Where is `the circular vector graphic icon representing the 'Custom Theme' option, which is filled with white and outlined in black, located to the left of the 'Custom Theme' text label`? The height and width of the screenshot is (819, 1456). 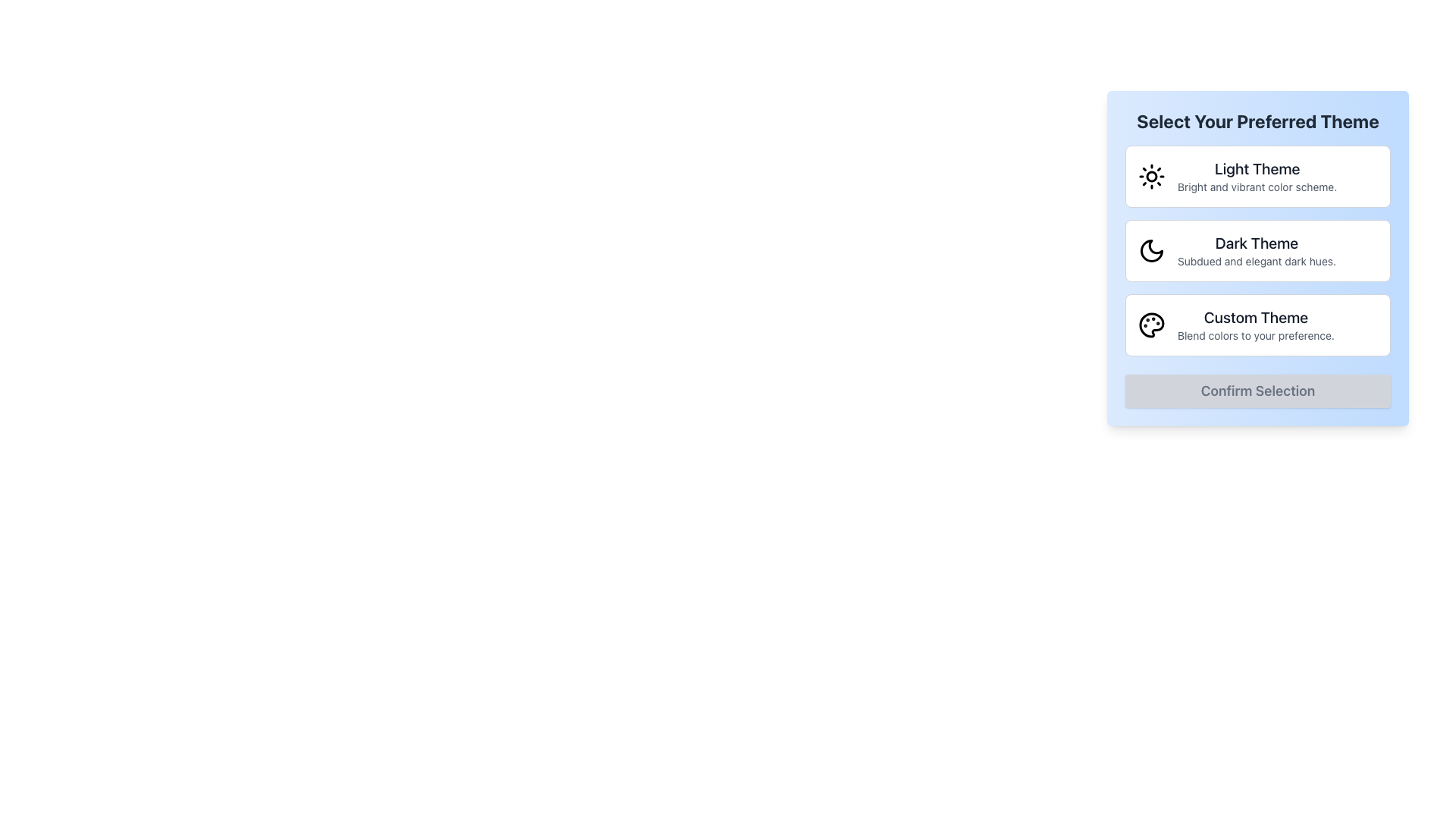 the circular vector graphic icon representing the 'Custom Theme' option, which is filled with white and outlined in black, located to the left of the 'Custom Theme' text label is located at coordinates (1151, 324).